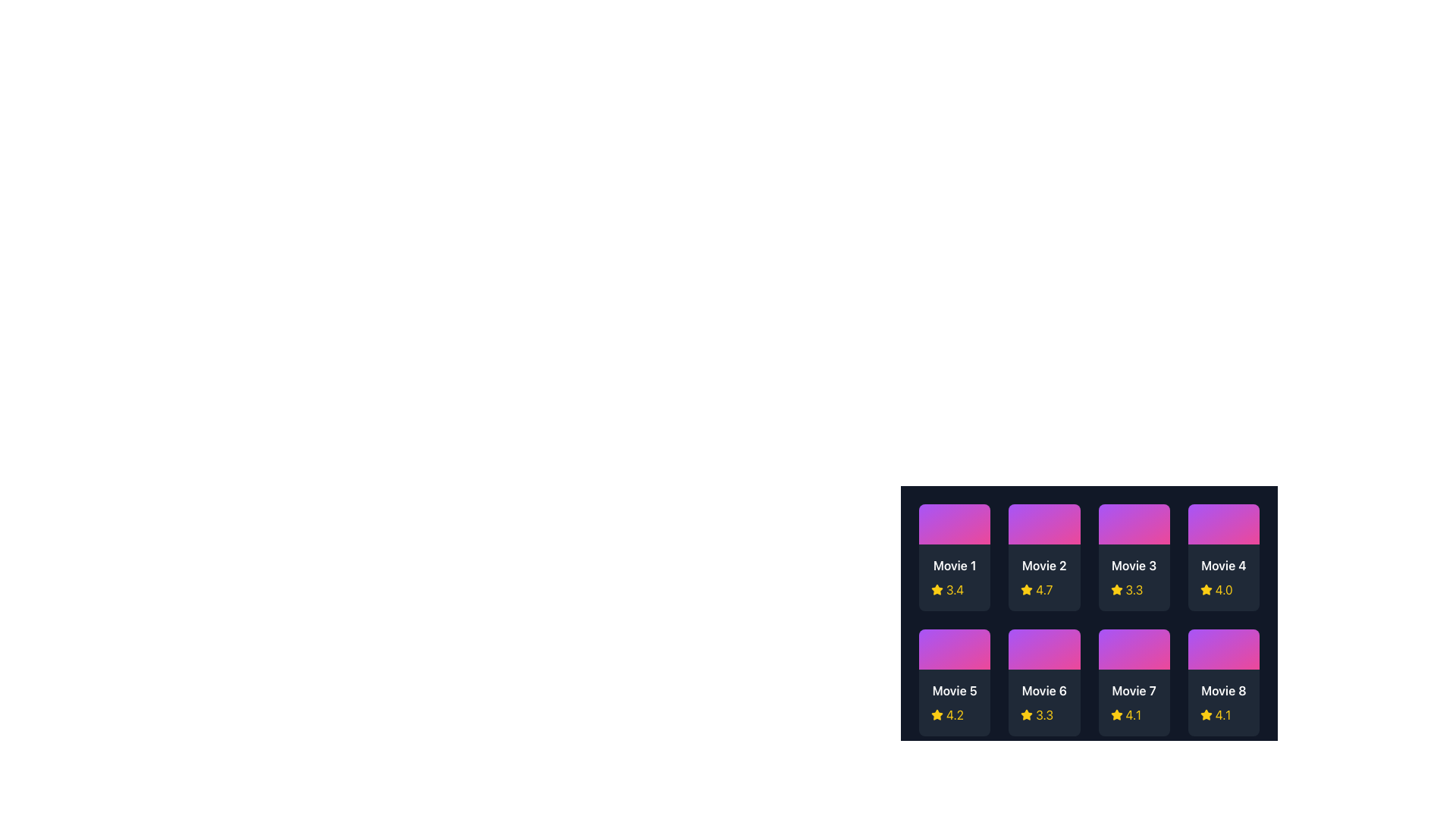 The image size is (1456, 819). Describe the element at coordinates (1205, 714) in the screenshot. I see `the star icon located in the bottom right corner of the 'Movie 8' card to rate it` at that location.